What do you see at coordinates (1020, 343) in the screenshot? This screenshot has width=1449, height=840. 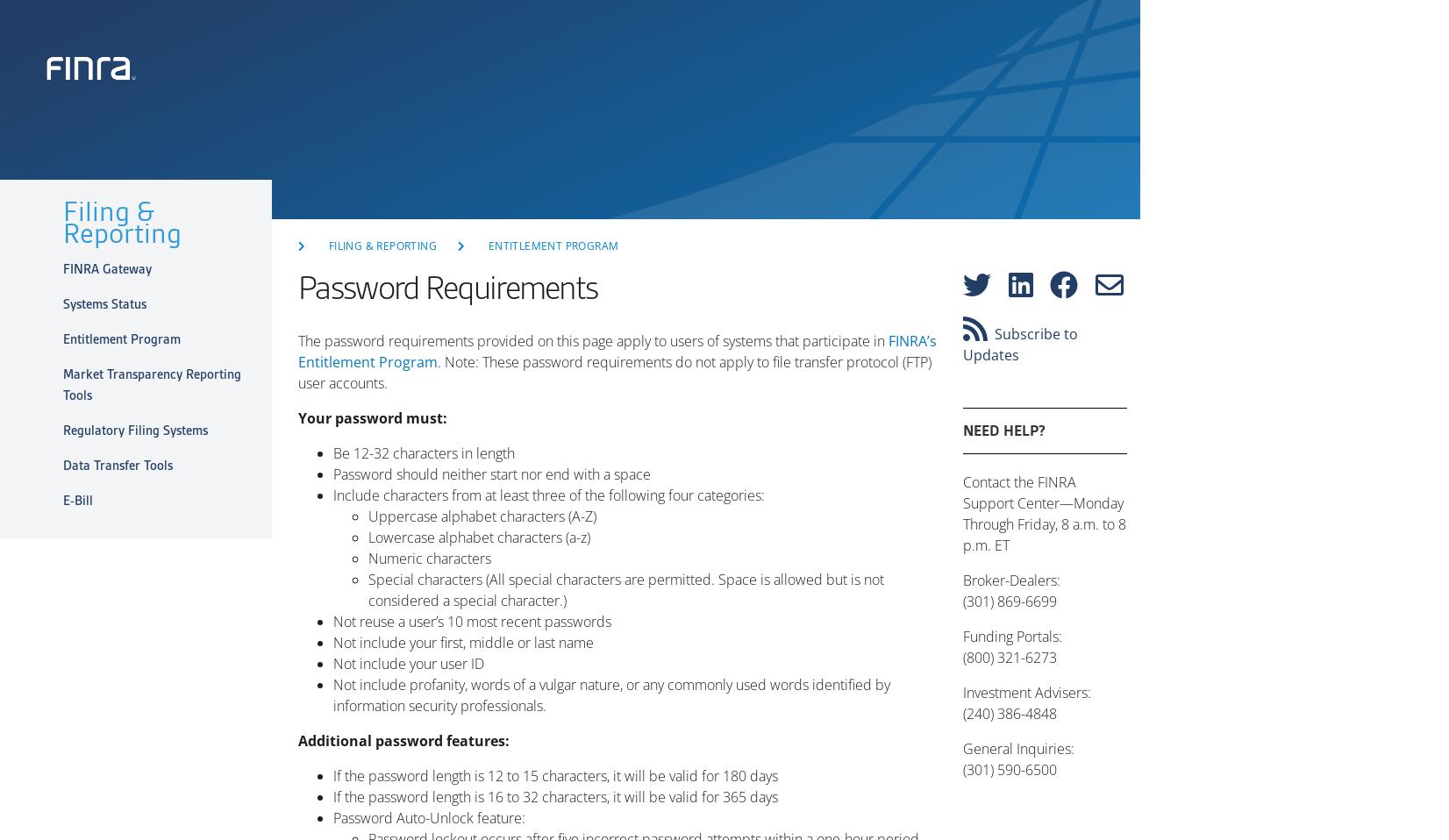 I see `'Subscribe to Updates'` at bounding box center [1020, 343].